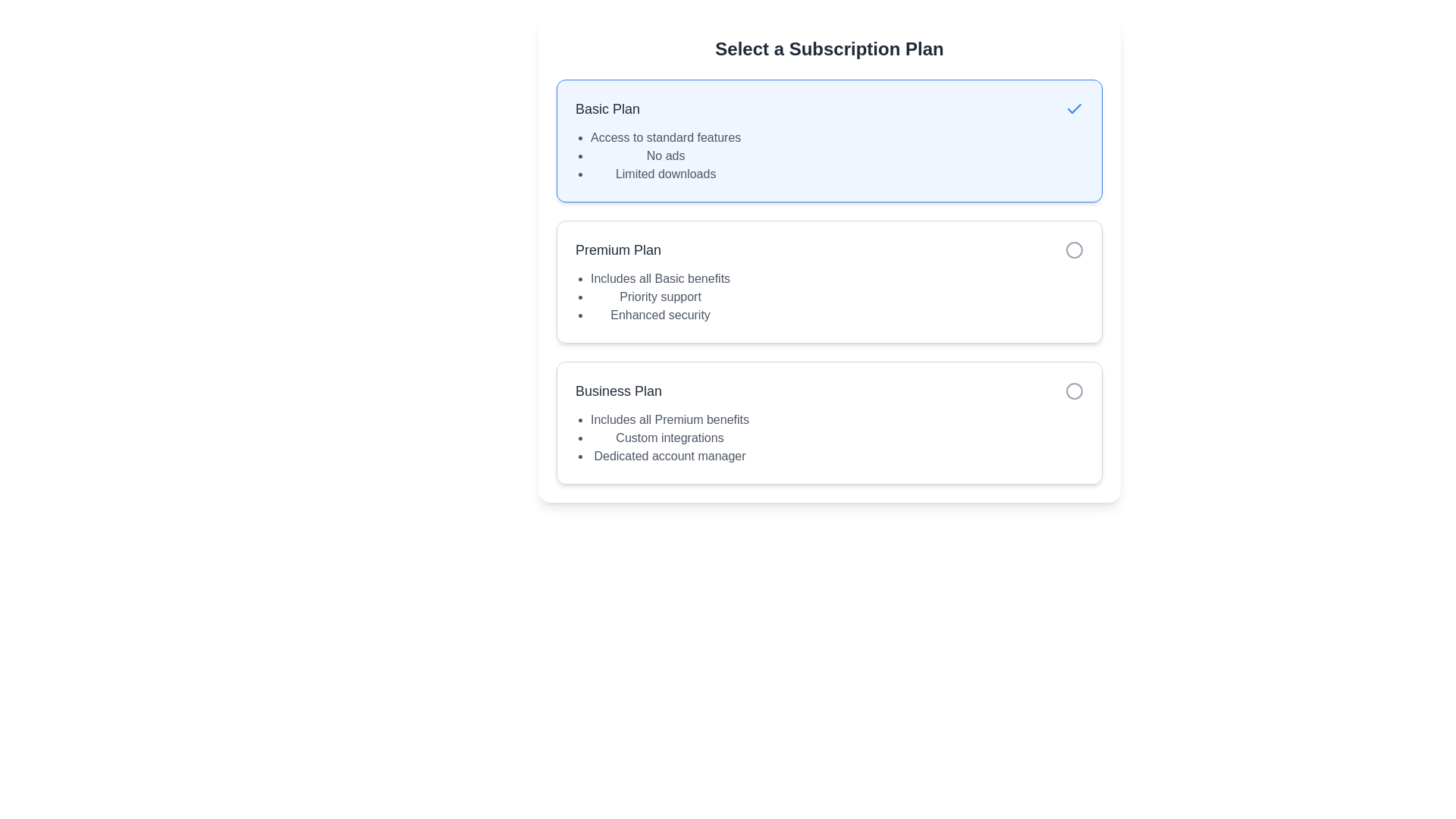 Image resolution: width=1456 pixels, height=819 pixels. Describe the element at coordinates (618, 249) in the screenshot. I see `the text label indicating the name of the 'Premium Plan' subscription option, which is centrally located in the text area below the 'Basic Plan' and above the 'Business Plan'` at that location.